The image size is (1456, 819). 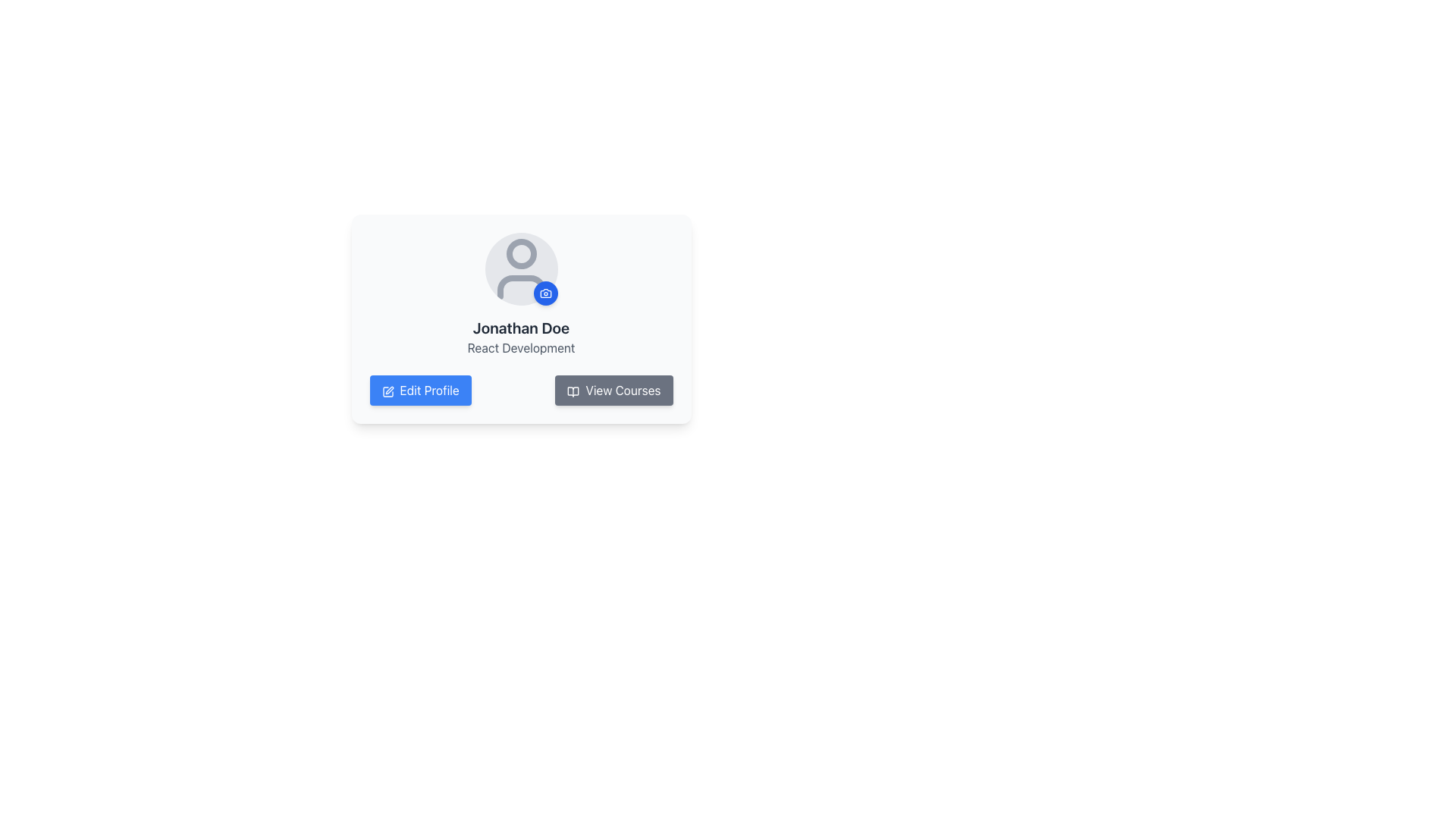 What do you see at coordinates (545, 293) in the screenshot?
I see `the circular blue button with a camera icon located at the bottom-right corner of the profile picture to potentially see a tooltip` at bounding box center [545, 293].